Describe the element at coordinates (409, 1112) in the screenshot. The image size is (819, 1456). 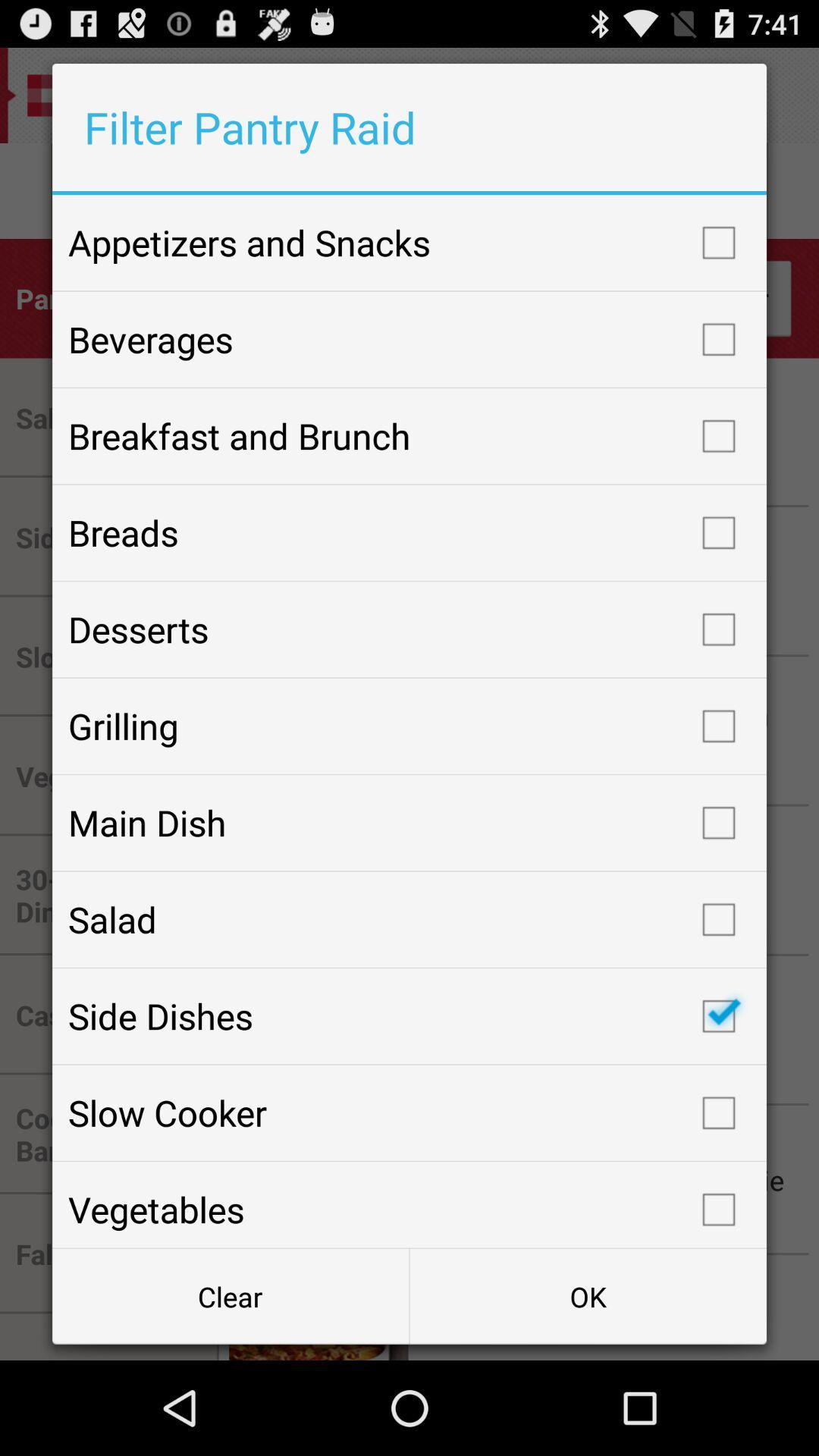
I see `the slow cooker` at that location.